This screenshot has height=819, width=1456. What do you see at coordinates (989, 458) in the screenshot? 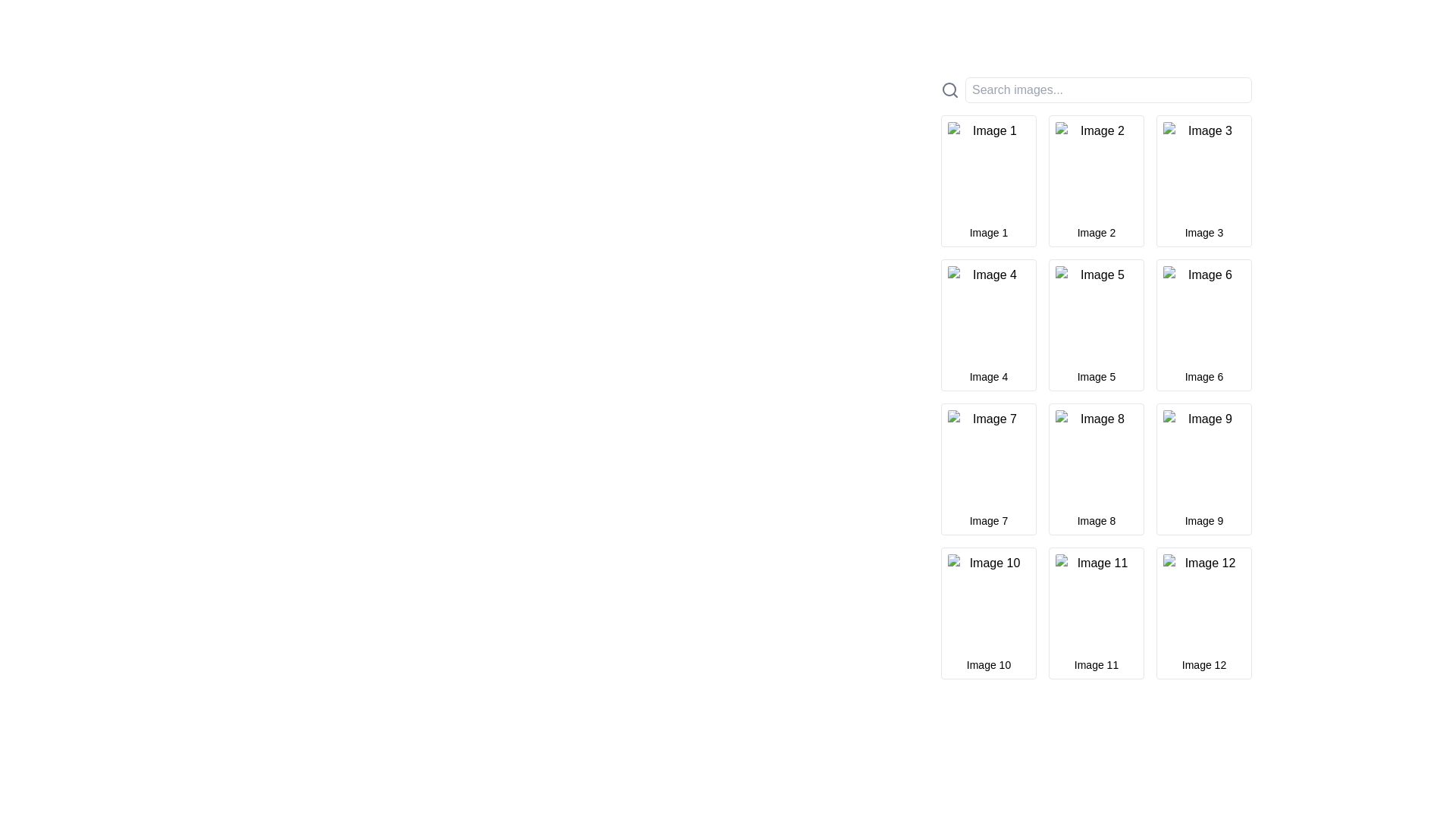
I see `the image thumbnail representing 'Image 7'` at bounding box center [989, 458].